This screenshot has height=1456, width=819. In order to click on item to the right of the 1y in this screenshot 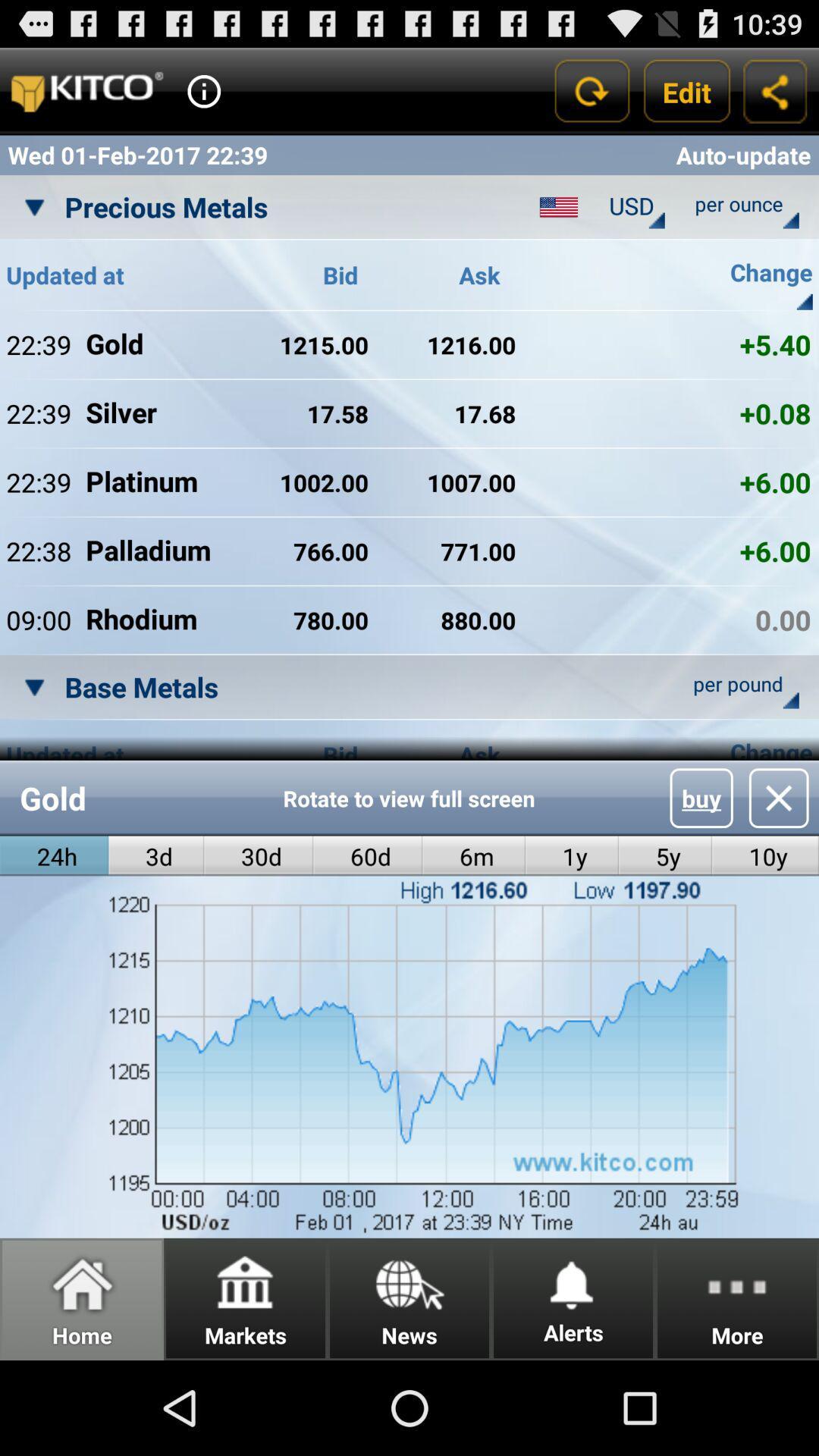, I will do `click(664, 856)`.